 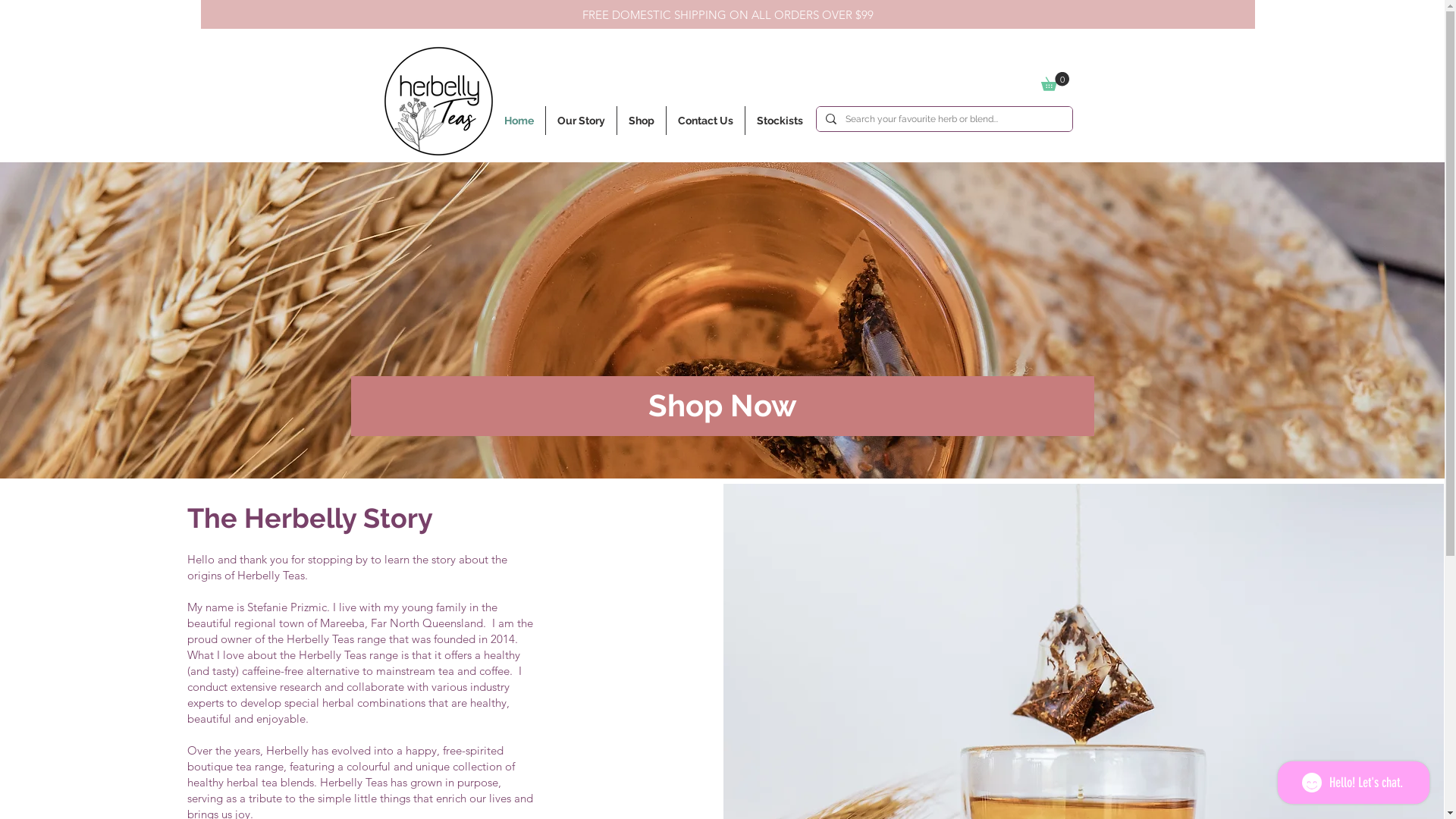 What do you see at coordinates (546, 119) in the screenshot?
I see `'Our Story'` at bounding box center [546, 119].